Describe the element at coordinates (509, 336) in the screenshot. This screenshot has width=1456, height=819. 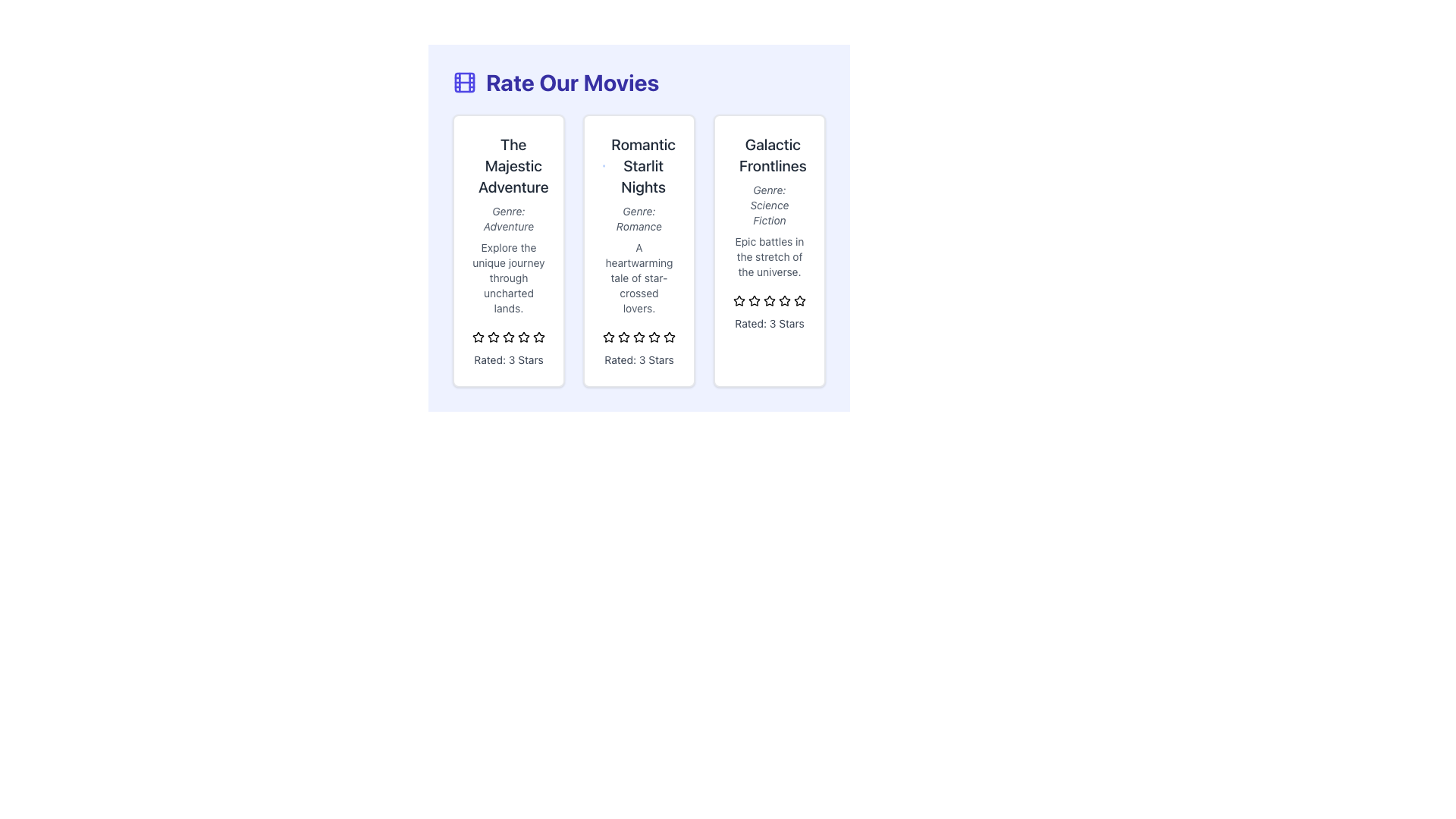
I see `the second star icon in the rating system under the card titled 'The Majestic Adventure'` at that location.